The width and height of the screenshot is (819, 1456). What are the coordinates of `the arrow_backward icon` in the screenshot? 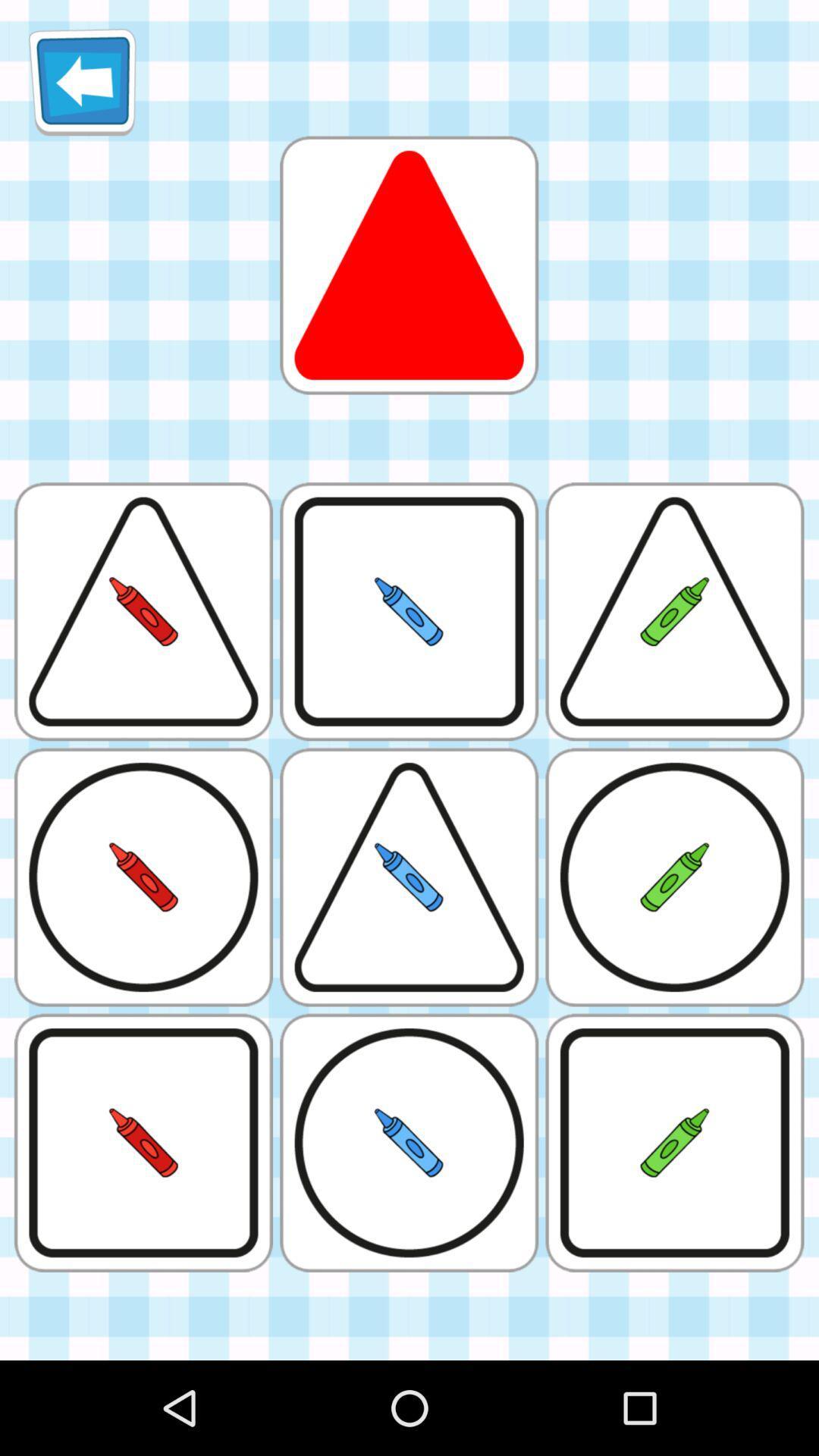 It's located at (82, 87).